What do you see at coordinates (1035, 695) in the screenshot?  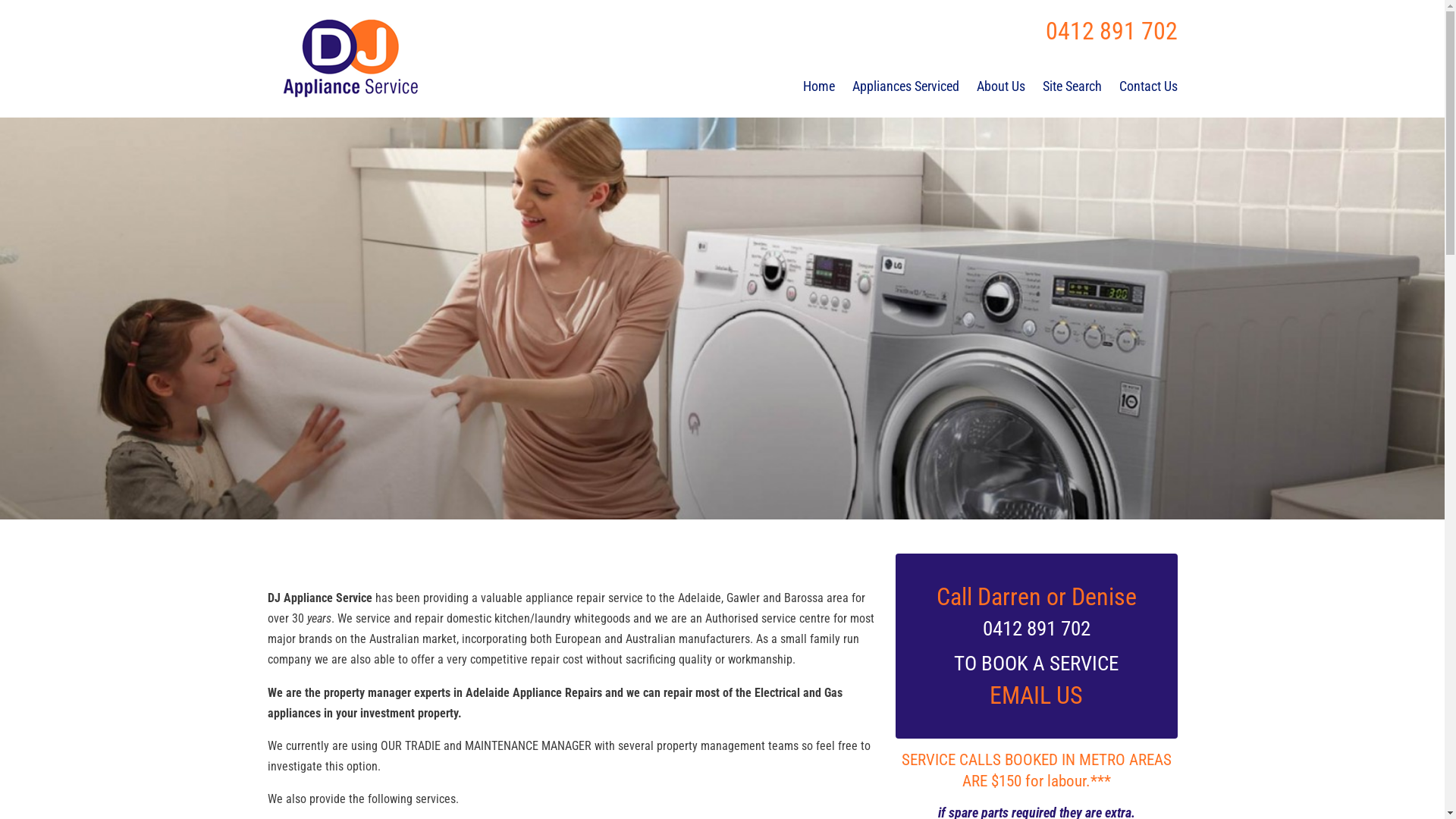 I see `'EMAIL US'` at bounding box center [1035, 695].